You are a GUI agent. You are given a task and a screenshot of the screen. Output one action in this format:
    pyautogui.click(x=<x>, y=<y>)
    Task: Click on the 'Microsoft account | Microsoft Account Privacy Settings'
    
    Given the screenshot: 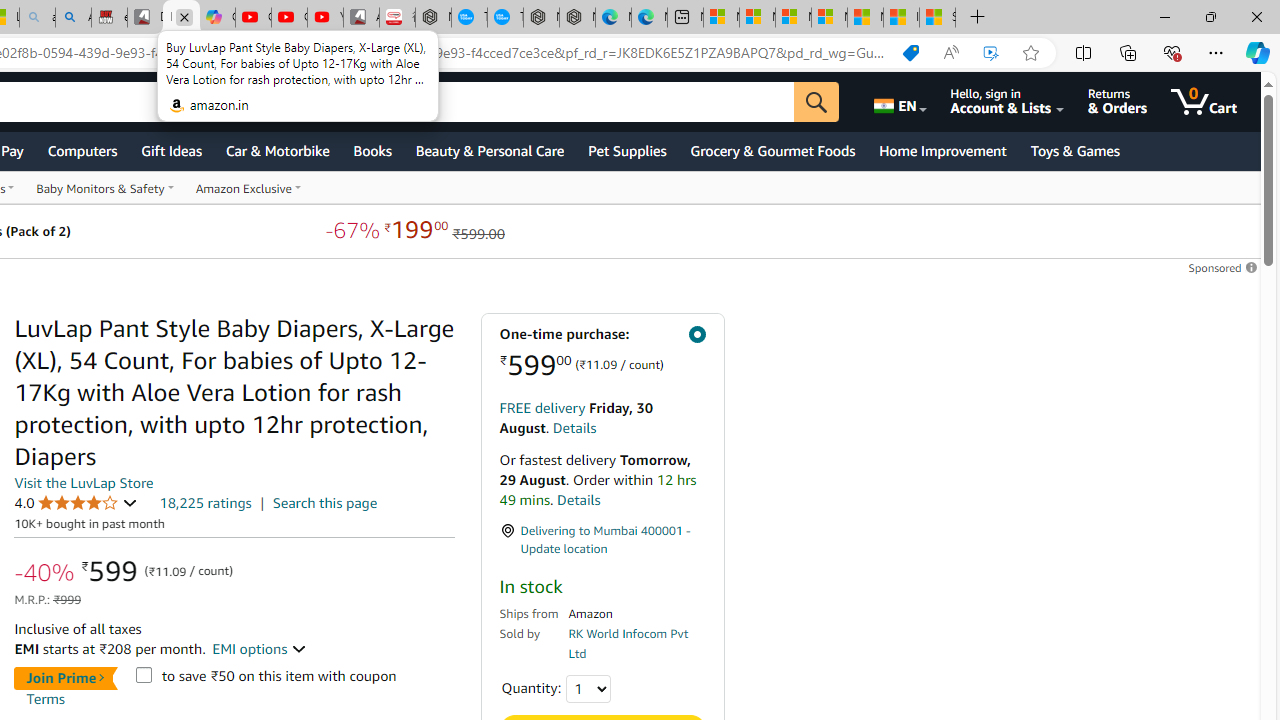 What is the action you would take?
    pyautogui.click(x=756, y=17)
    